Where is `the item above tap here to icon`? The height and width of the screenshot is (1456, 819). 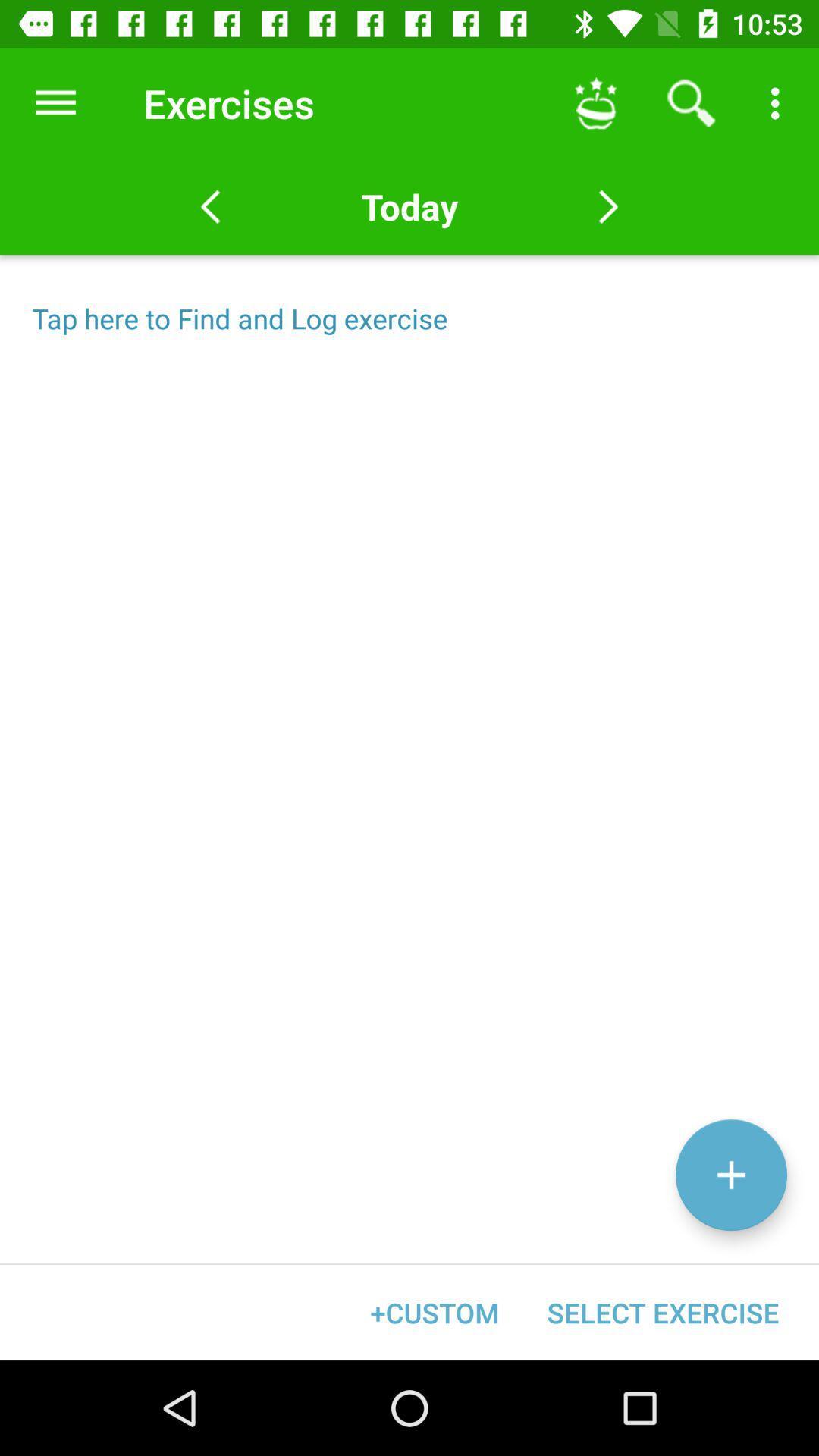 the item above tap here to icon is located at coordinates (409, 206).